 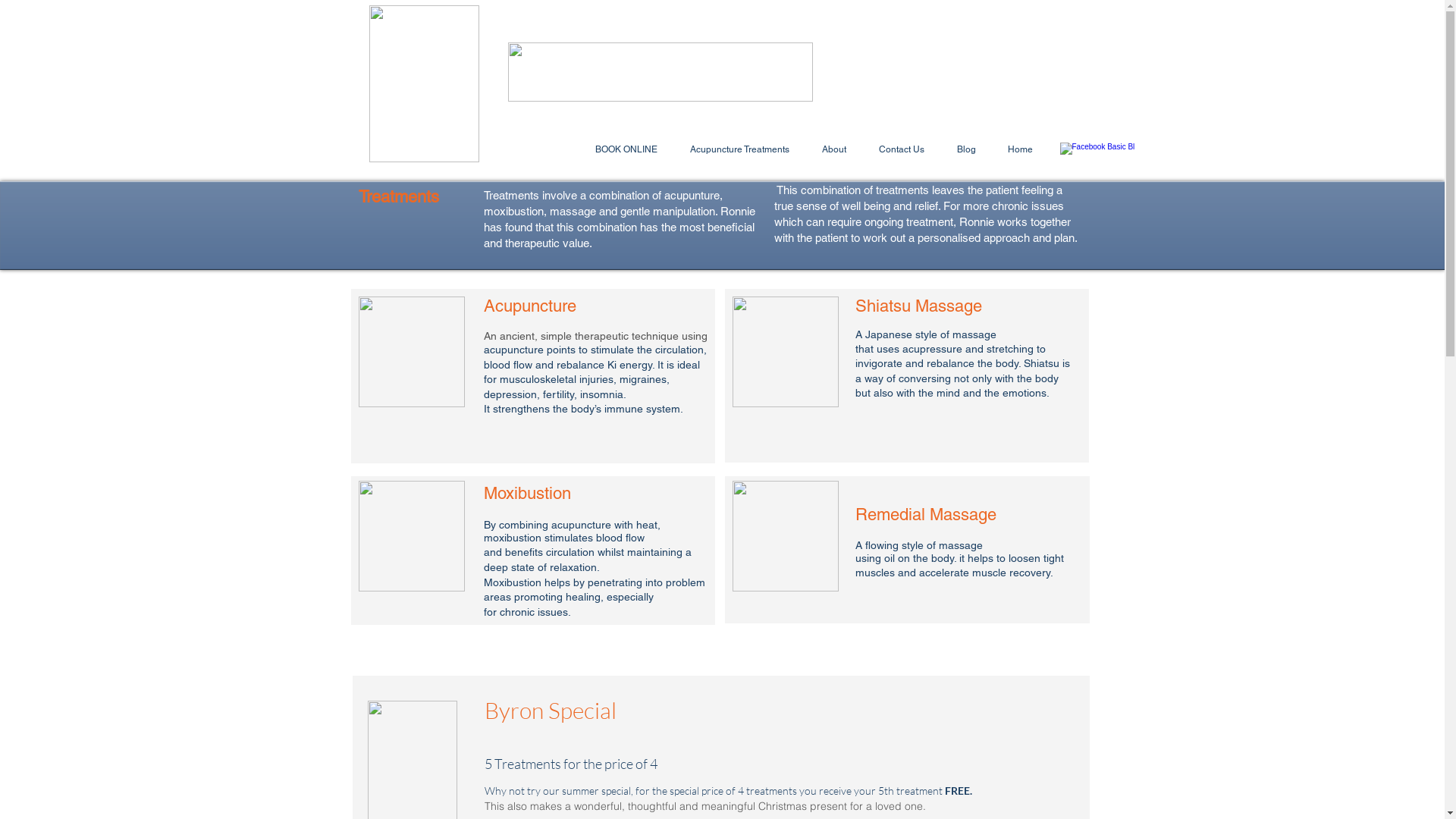 I want to click on 'Acupuncture Treatments', so click(x=739, y=149).